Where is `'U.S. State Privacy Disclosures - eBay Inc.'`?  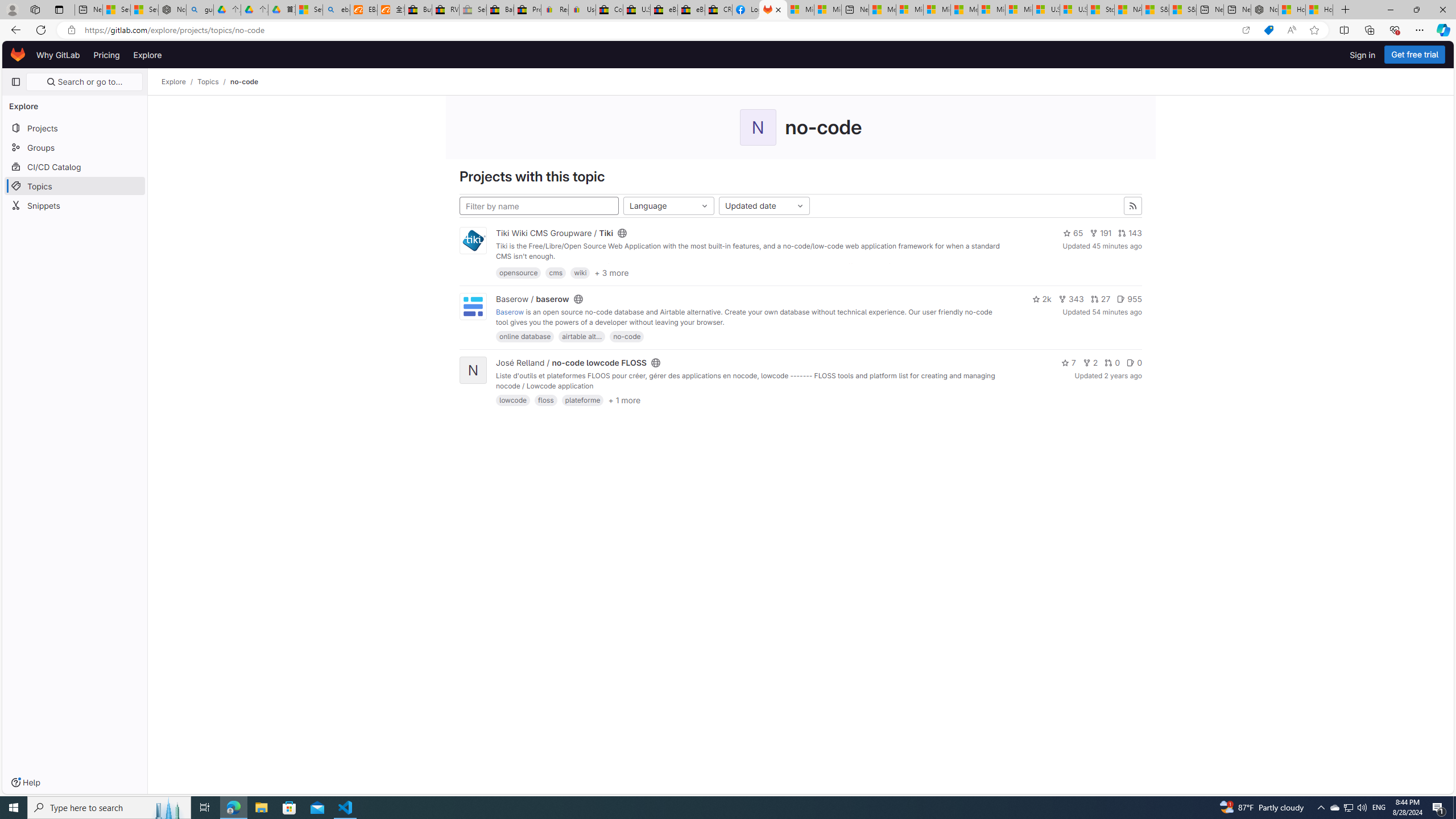 'U.S. State Privacy Disclosures - eBay Inc.' is located at coordinates (637, 9).